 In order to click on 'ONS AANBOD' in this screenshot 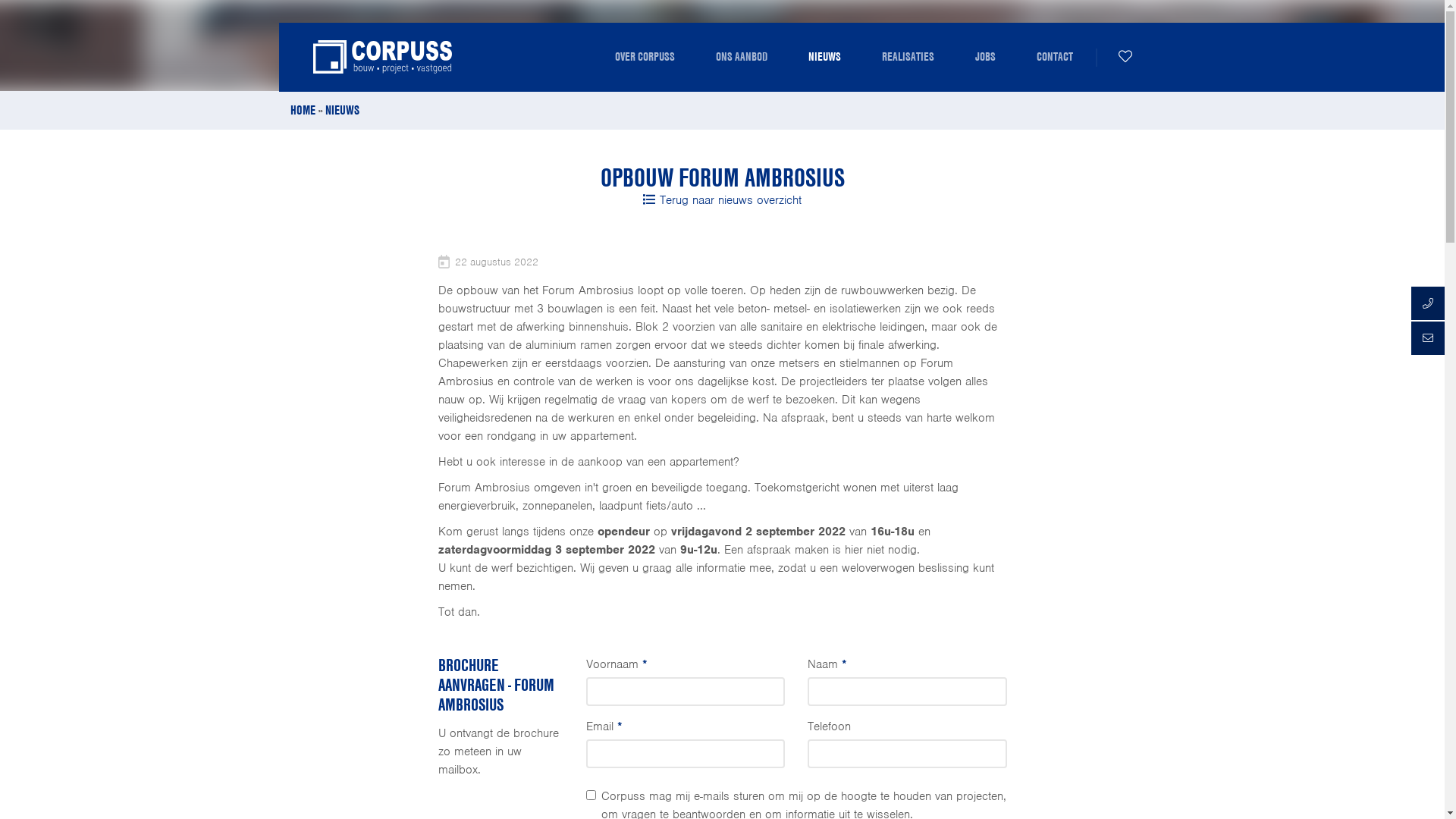, I will do `click(741, 55)`.